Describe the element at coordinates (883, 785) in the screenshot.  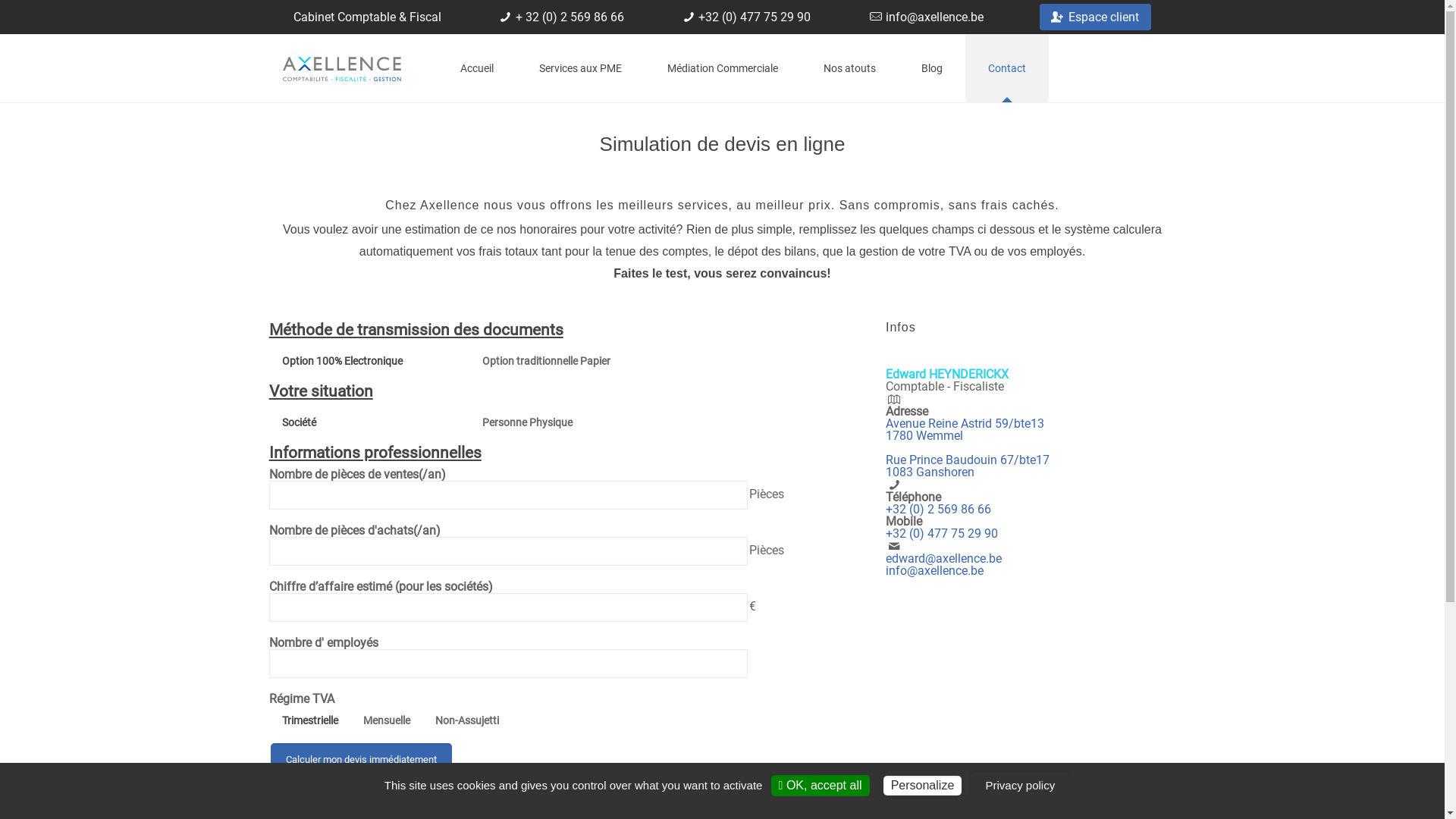
I see `'Personalize'` at that location.